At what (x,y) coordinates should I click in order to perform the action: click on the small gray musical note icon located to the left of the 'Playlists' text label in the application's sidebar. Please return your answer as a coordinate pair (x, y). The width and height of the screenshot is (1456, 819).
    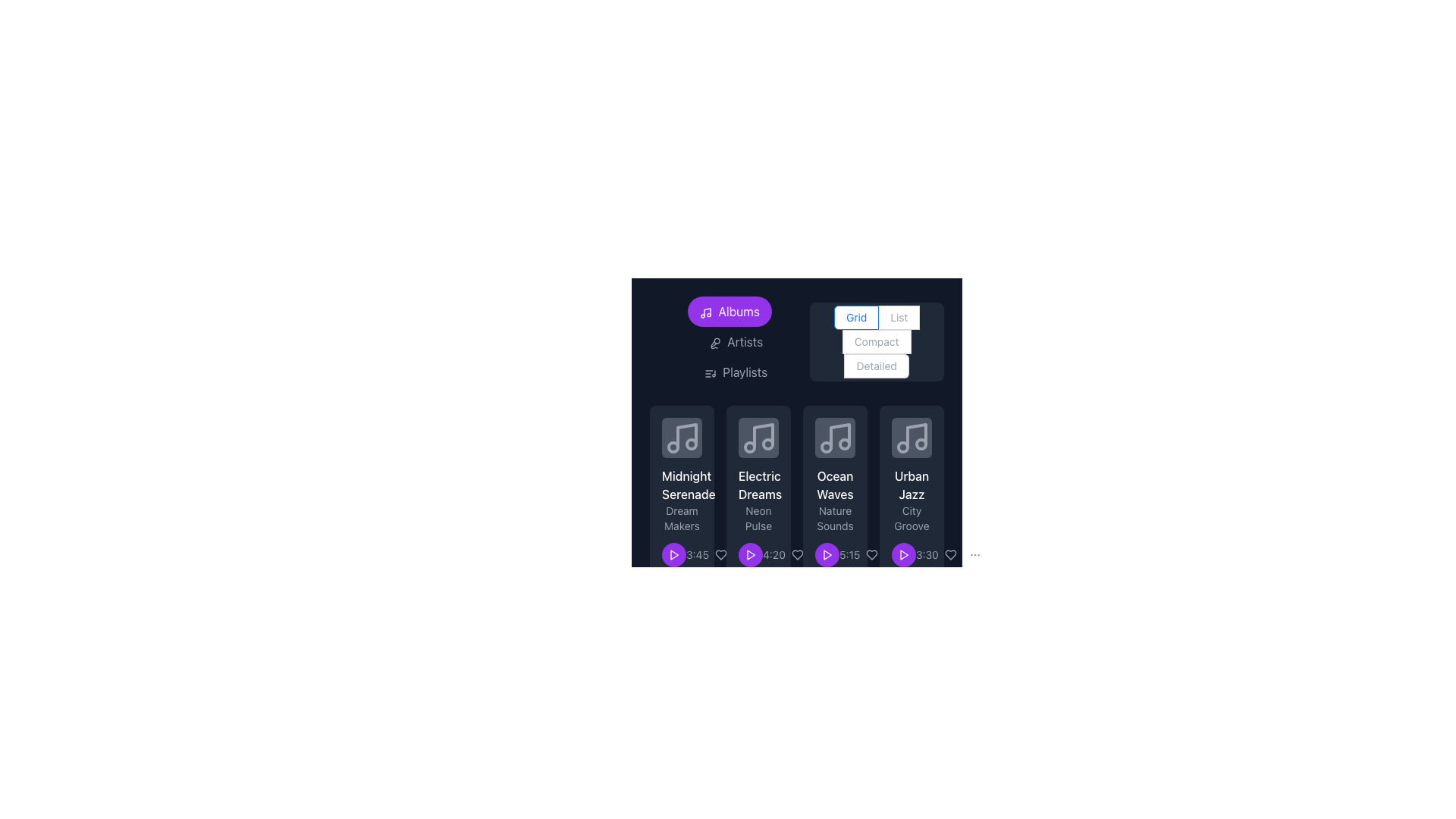
    Looking at the image, I should click on (710, 373).